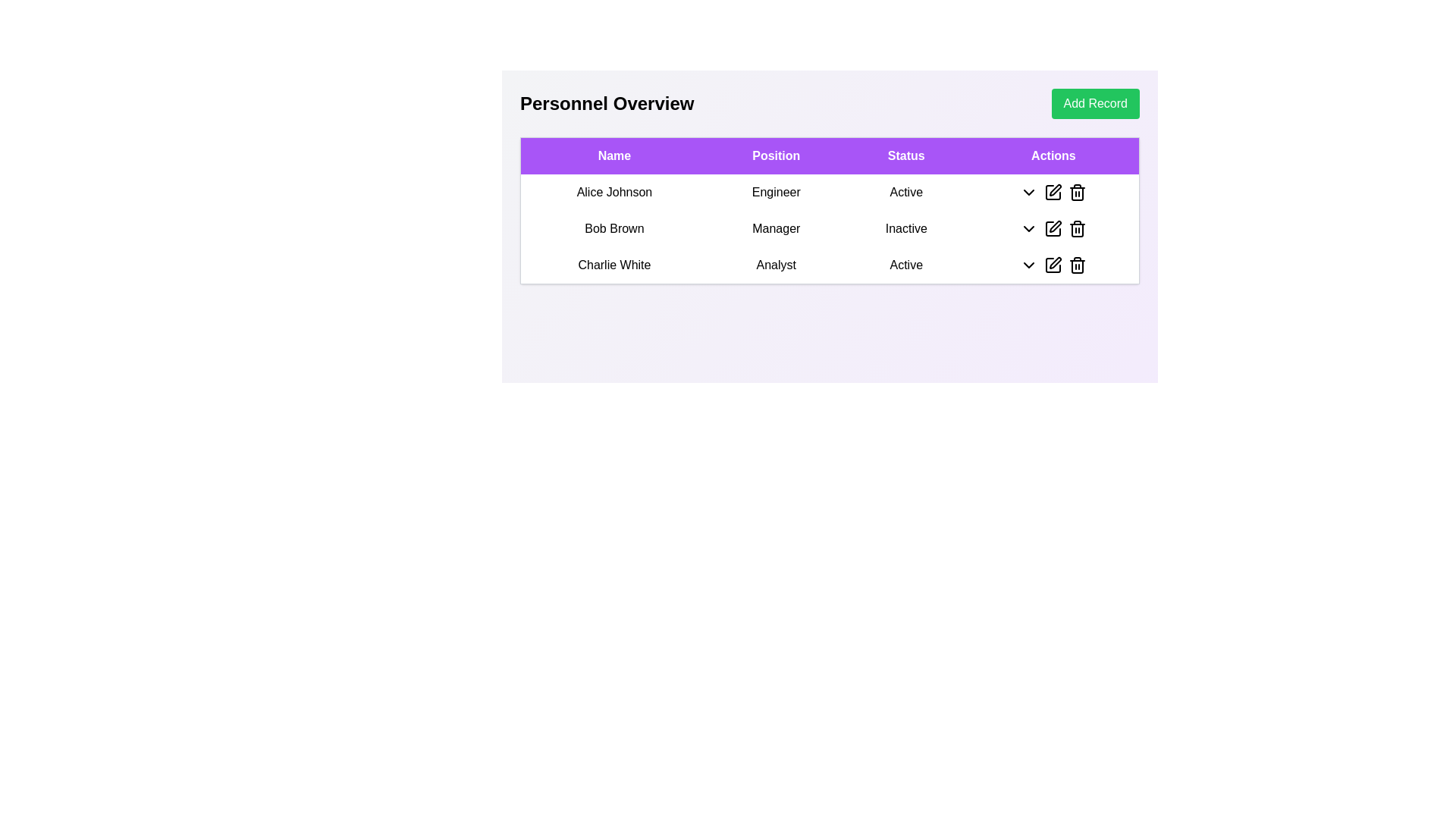 This screenshot has height=819, width=1456. I want to click on the Edit icon in the last row of the 'Actions' column, so click(1055, 262).